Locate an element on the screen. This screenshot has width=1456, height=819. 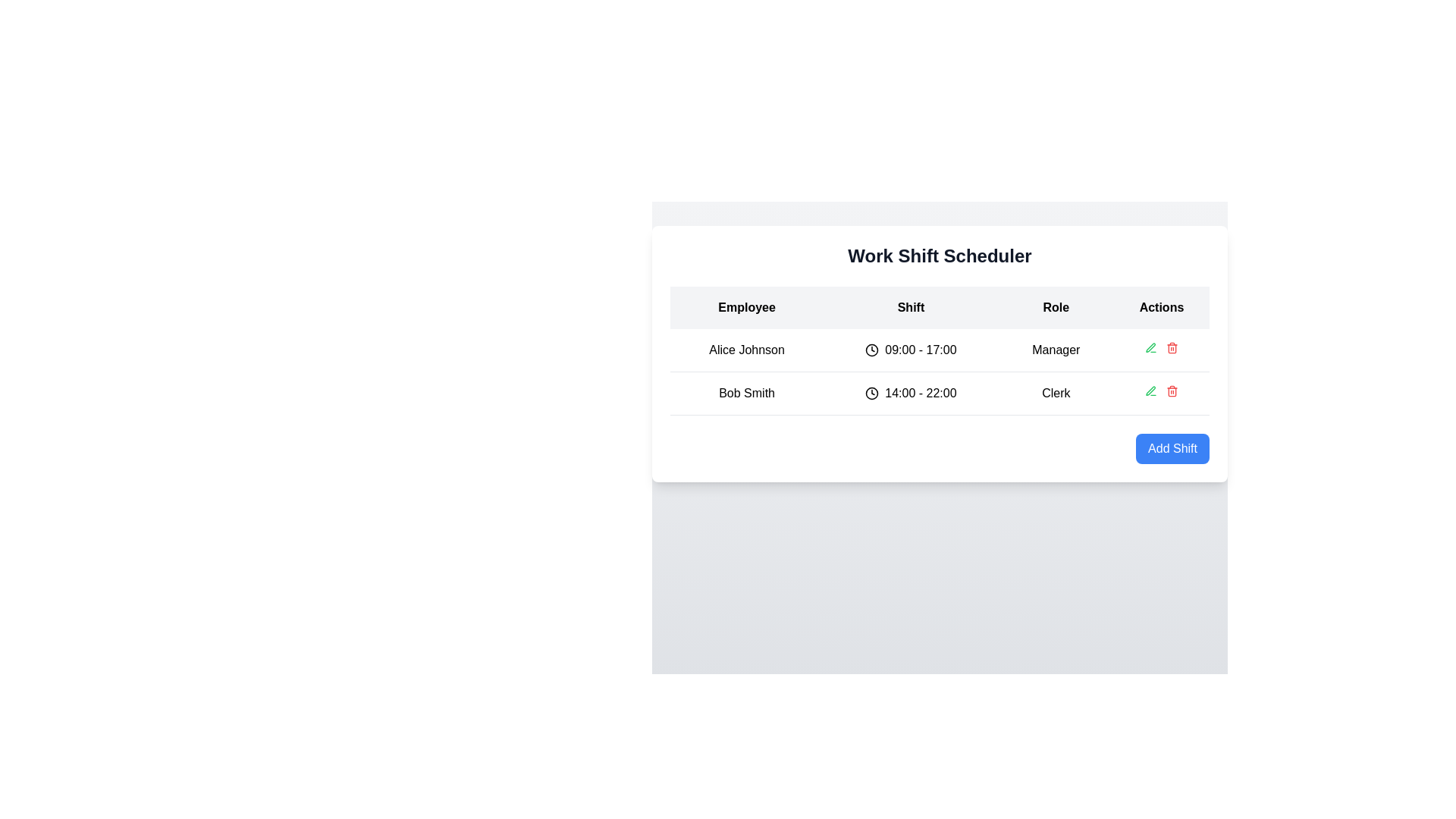
the Text Label that serves as a column header for shift schedules, located between 'Employee' and 'Role' in the table header is located at coordinates (910, 307).